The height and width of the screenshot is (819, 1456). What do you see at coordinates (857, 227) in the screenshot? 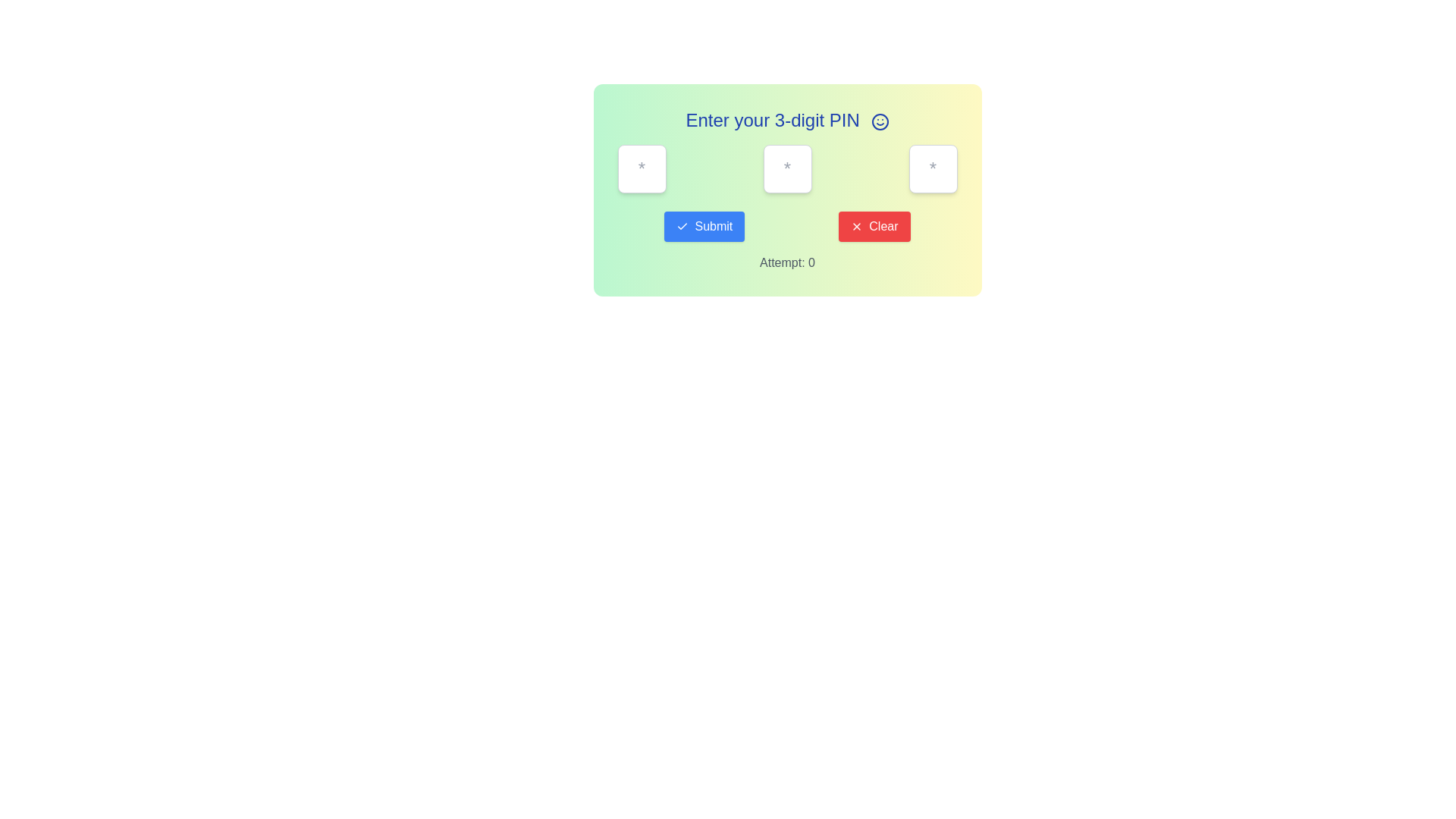
I see `the icon inside the red rectangular button labeled 'Clear' to clear the input fields for the 3-digit PIN` at bounding box center [857, 227].